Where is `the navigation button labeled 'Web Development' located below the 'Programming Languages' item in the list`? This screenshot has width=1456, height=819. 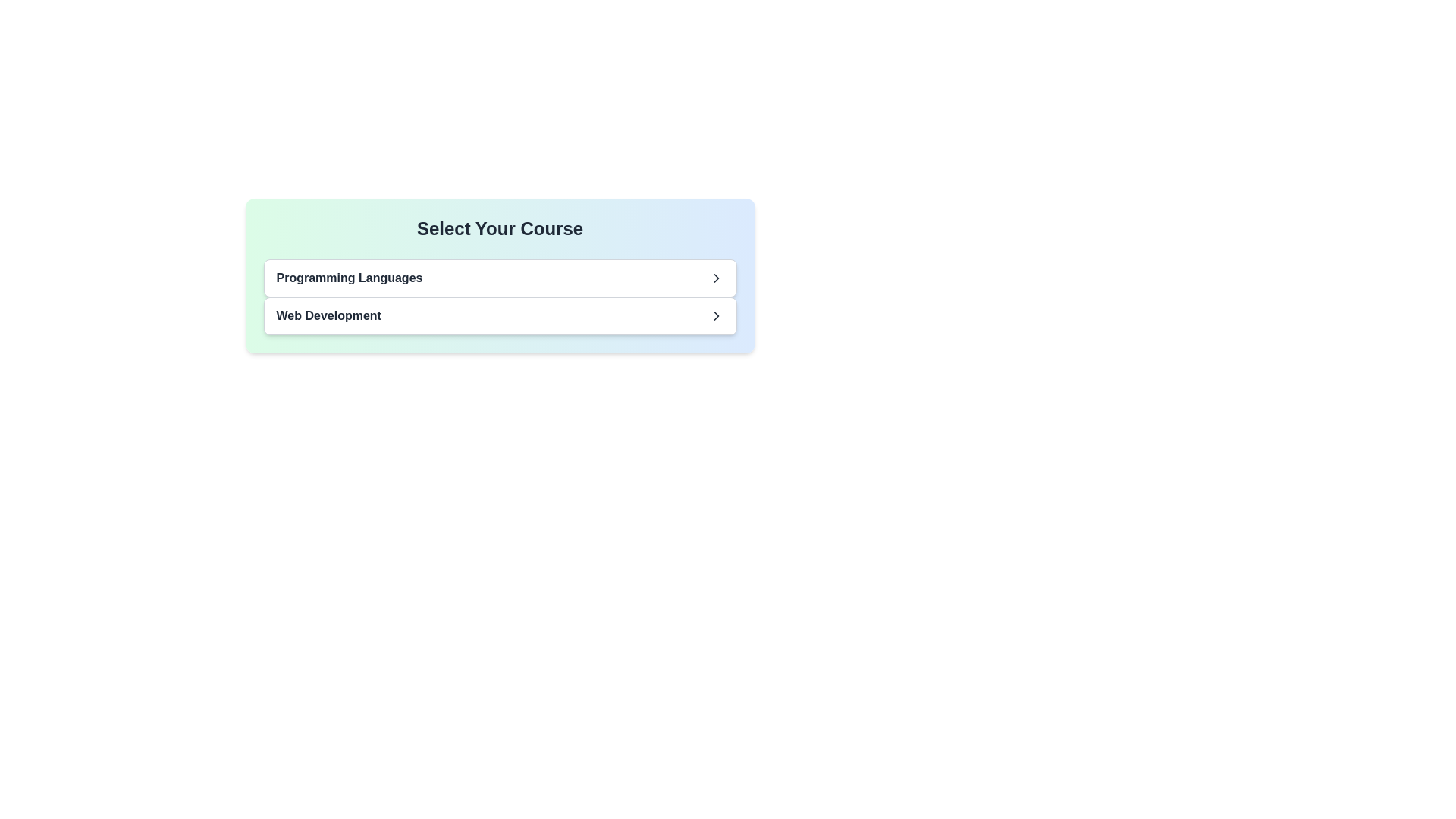
the navigation button labeled 'Web Development' located below the 'Programming Languages' item in the list is located at coordinates (500, 315).